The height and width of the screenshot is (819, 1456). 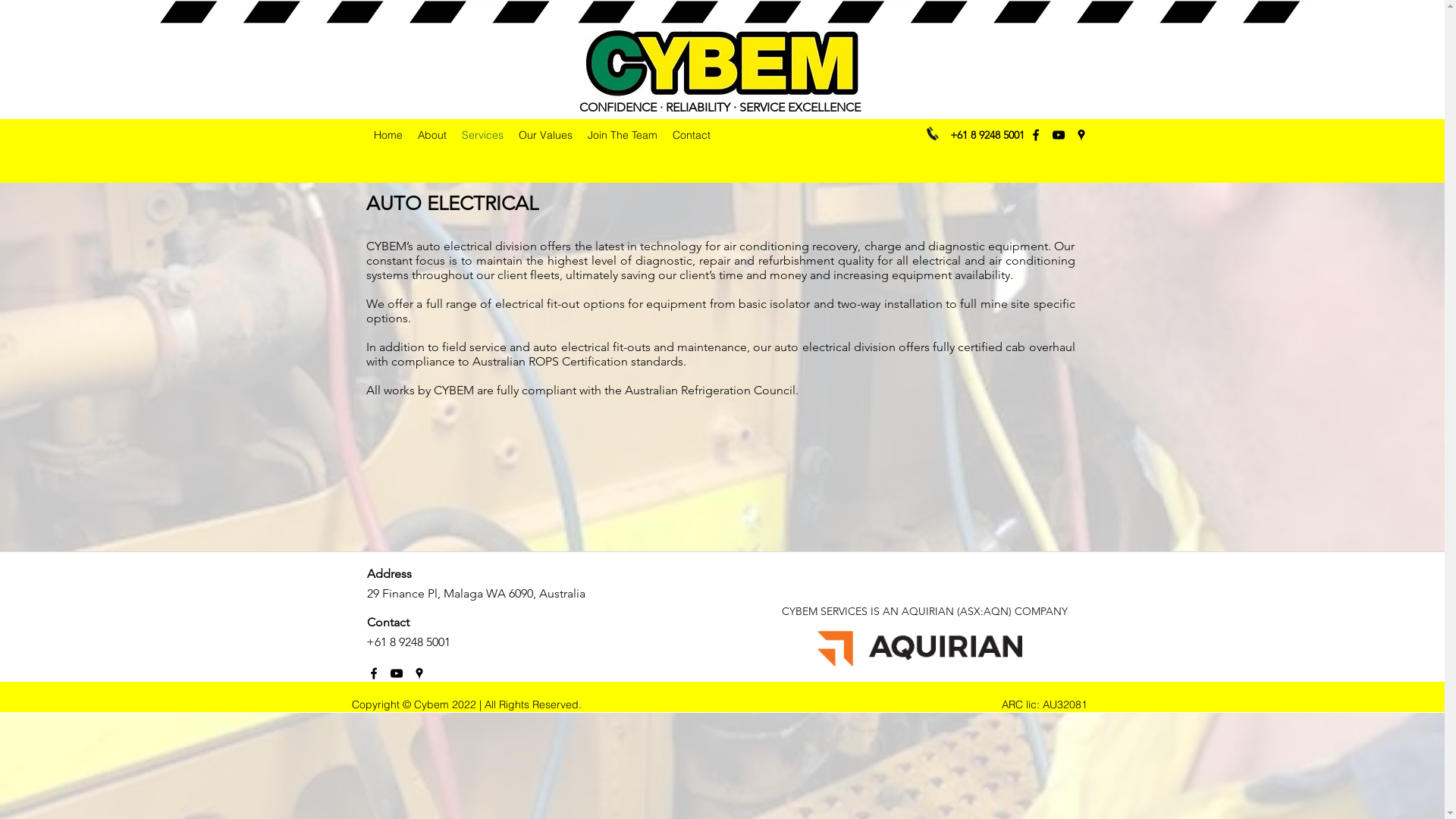 I want to click on 'Home', so click(x=387, y=133).